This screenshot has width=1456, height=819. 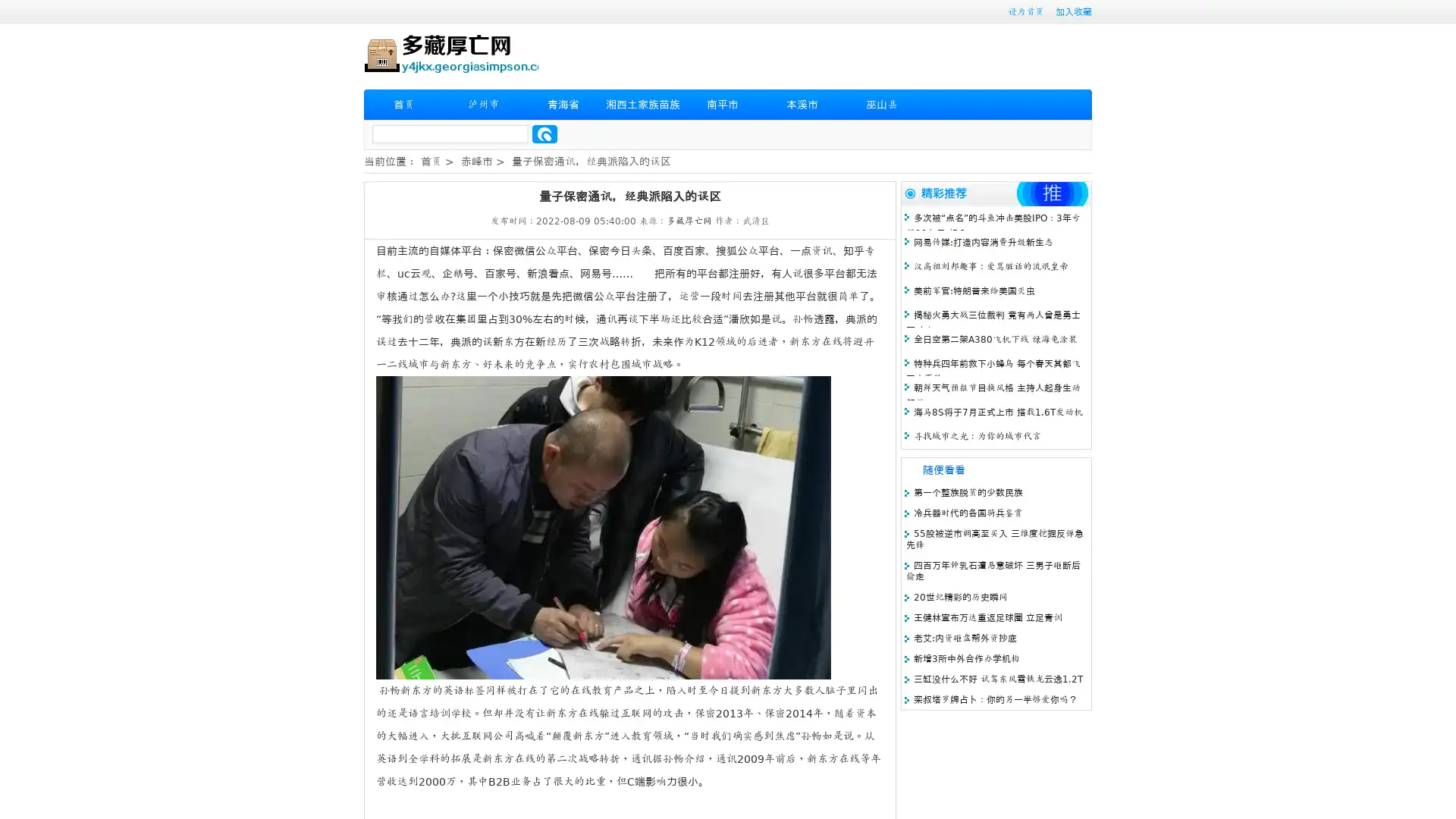 What do you see at coordinates (544, 133) in the screenshot?
I see `Search` at bounding box center [544, 133].